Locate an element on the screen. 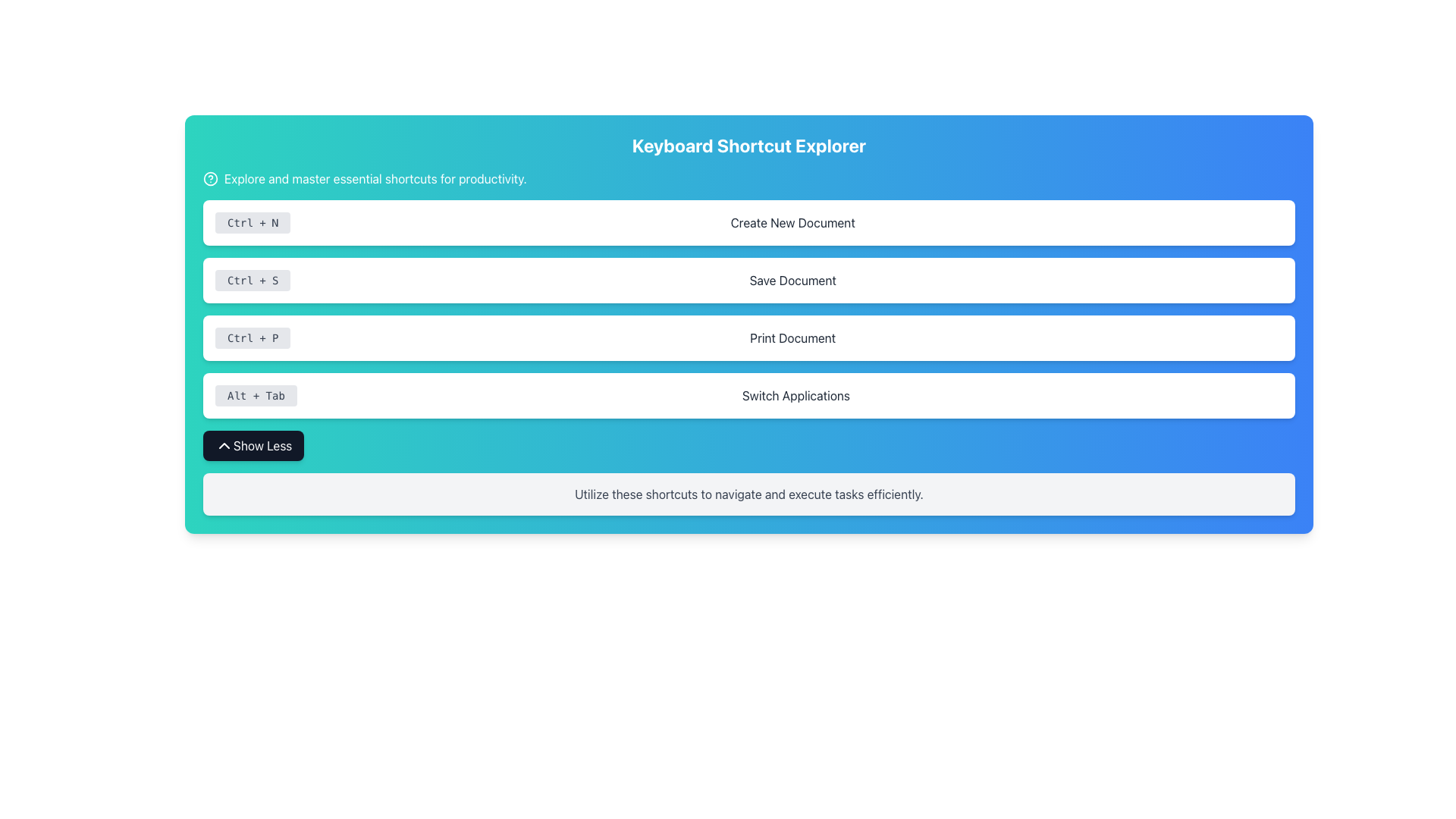  the informational block displaying the keyboard shortcut 'Alt + Tab' and its description 'Switch Applications', which is the fourth item in the vertical list is located at coordinates (749, 394).